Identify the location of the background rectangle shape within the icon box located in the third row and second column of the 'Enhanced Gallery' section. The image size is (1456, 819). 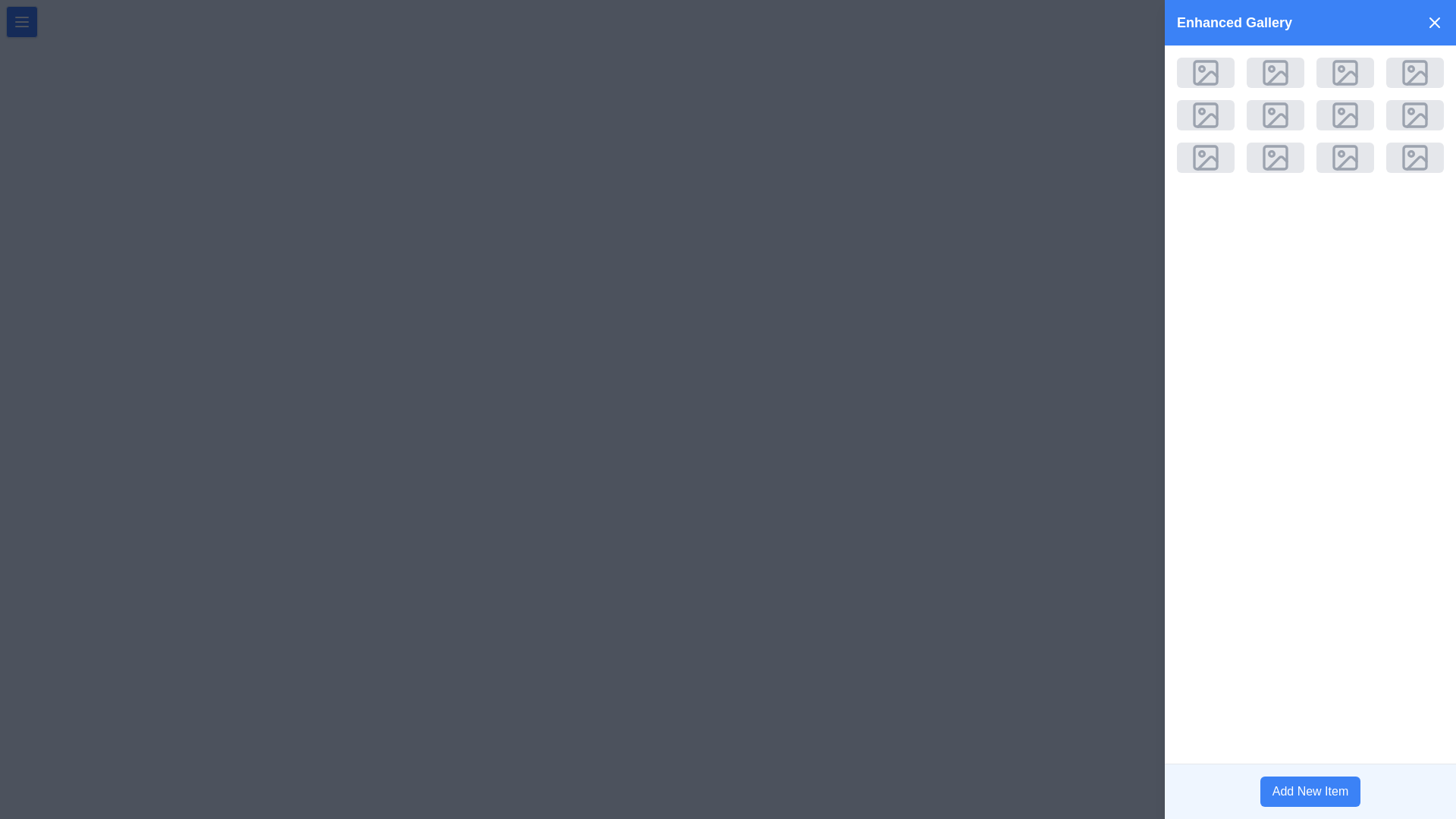
(1345, 73).